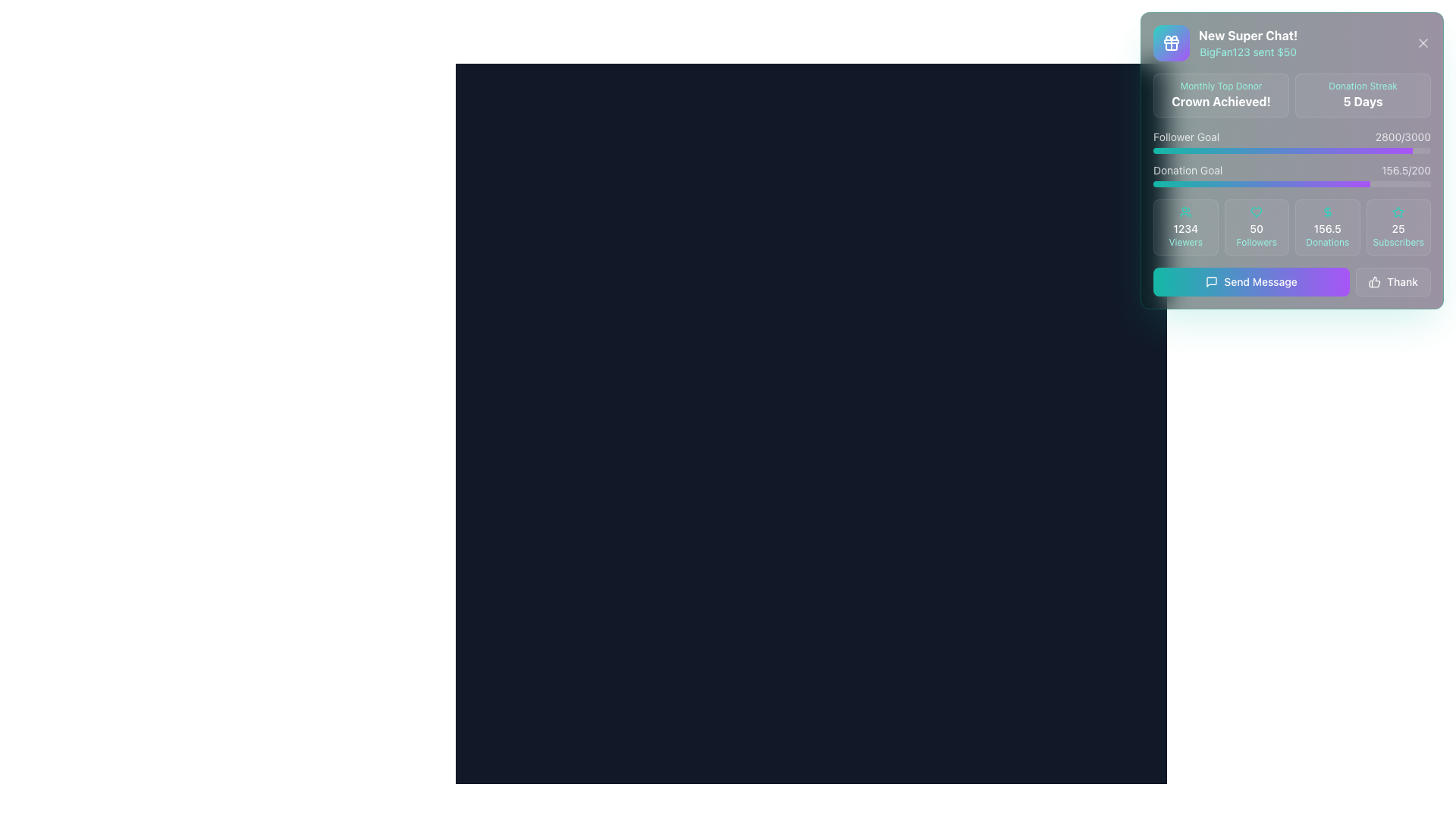  I want to click on the 'Thank' button, which is a rectangular, semi-transparent button with a thumbs-up icon, located at the bottom-right corner of the card interface, adjacent to the 'Send Message' button, so click(1393, 281).